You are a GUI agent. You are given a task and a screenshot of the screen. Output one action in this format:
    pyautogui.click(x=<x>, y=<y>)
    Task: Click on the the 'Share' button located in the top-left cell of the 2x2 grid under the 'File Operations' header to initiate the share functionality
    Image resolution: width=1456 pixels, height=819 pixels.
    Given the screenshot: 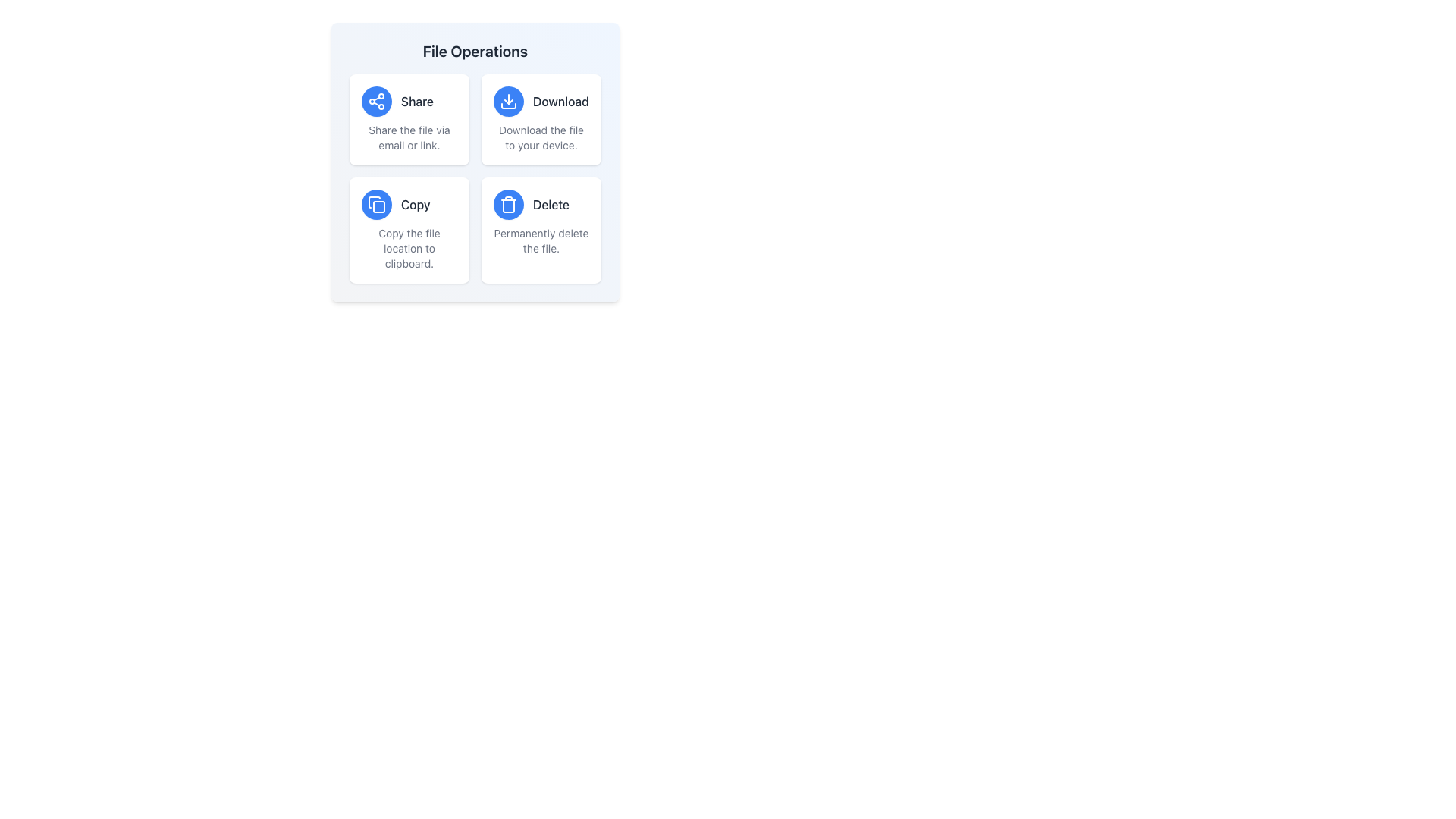 What is the action you would take?
    pyautogui.click(x=409, y=102)
    